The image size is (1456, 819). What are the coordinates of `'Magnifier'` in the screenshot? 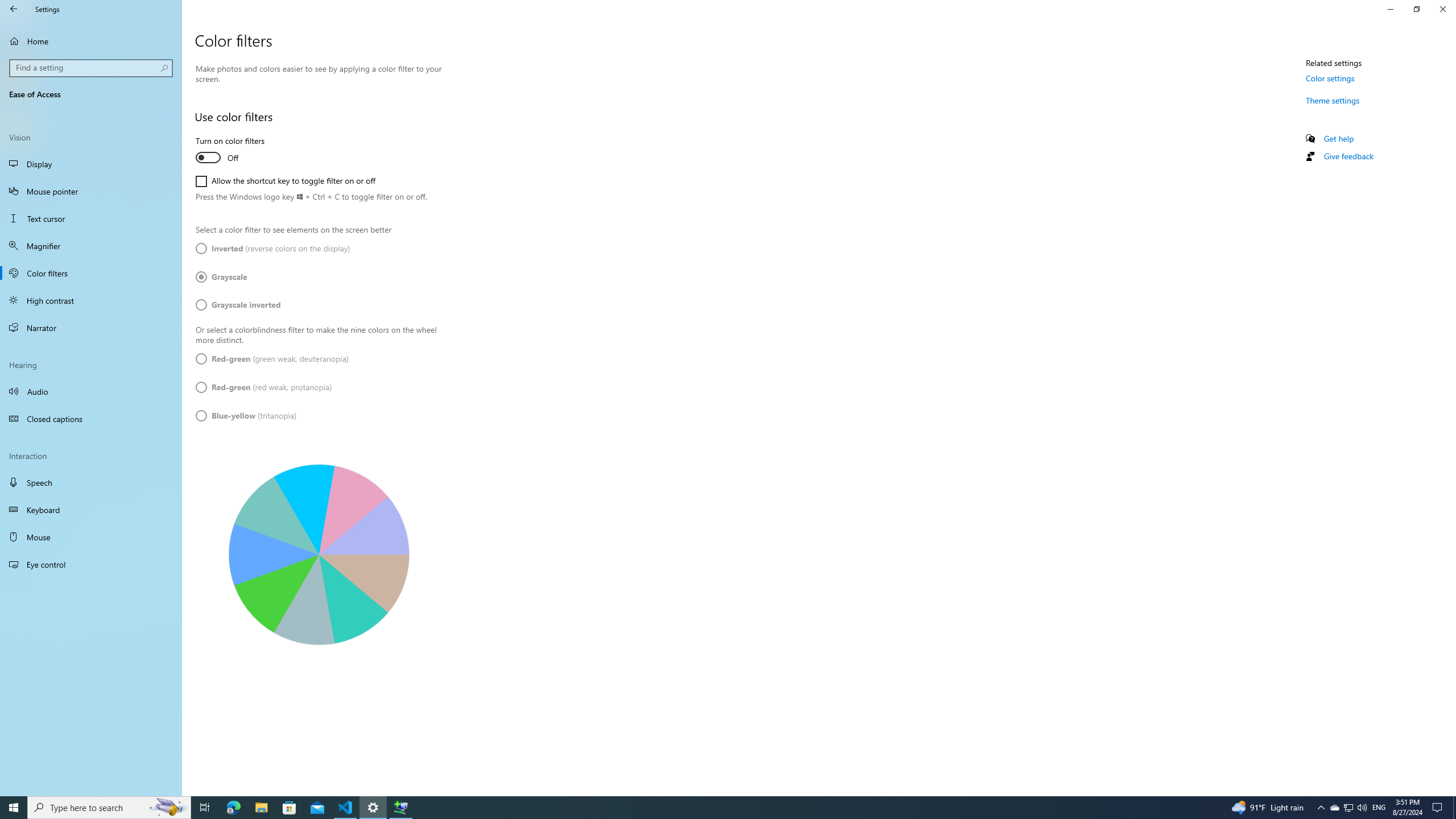 It's located at (90, 246).